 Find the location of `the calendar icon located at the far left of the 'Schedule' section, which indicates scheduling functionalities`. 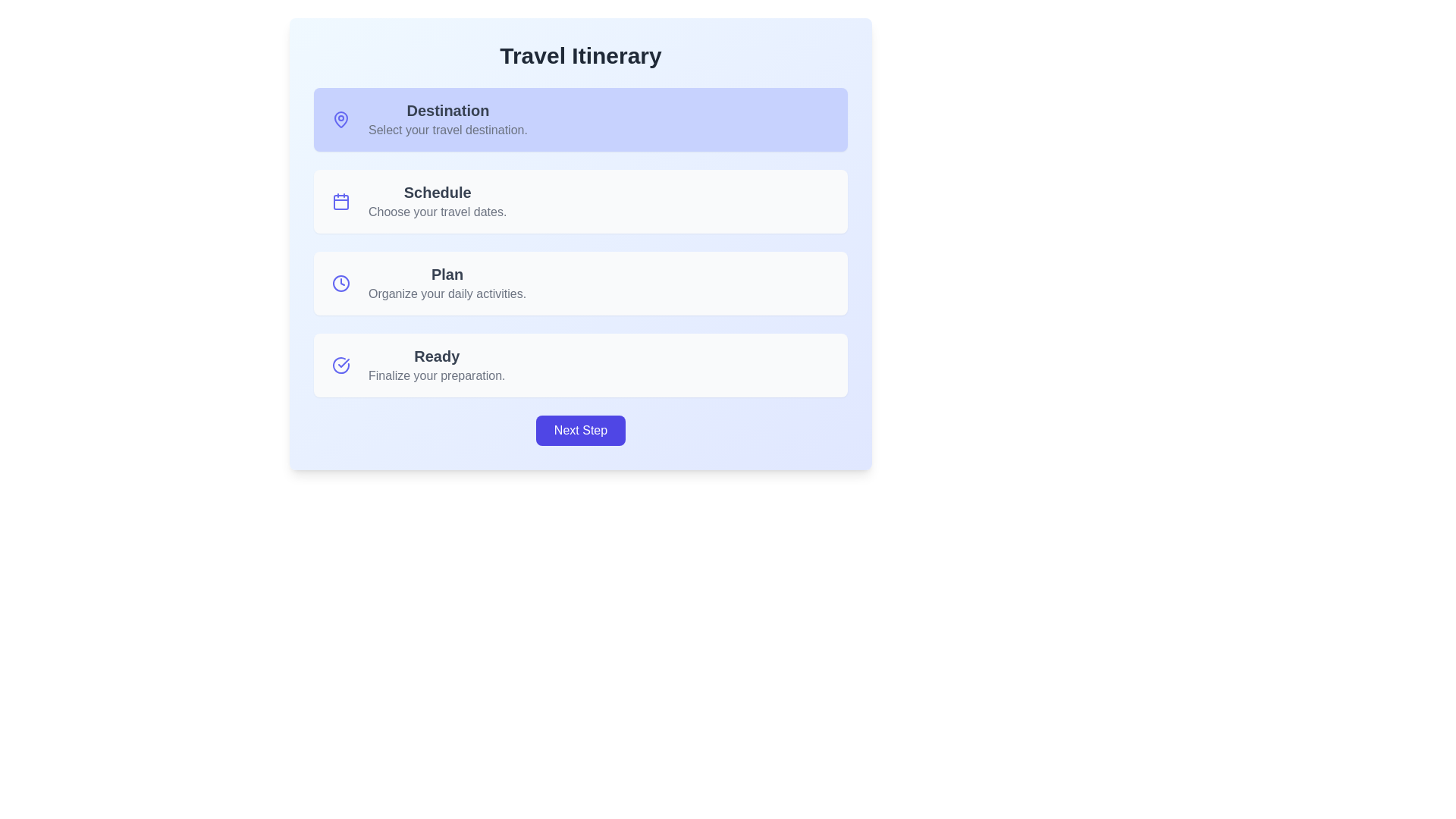

the calendar icon located at the far left of the 'Schedule' section, which indicates scheduling functionalities is located at coordinates (340, 201).